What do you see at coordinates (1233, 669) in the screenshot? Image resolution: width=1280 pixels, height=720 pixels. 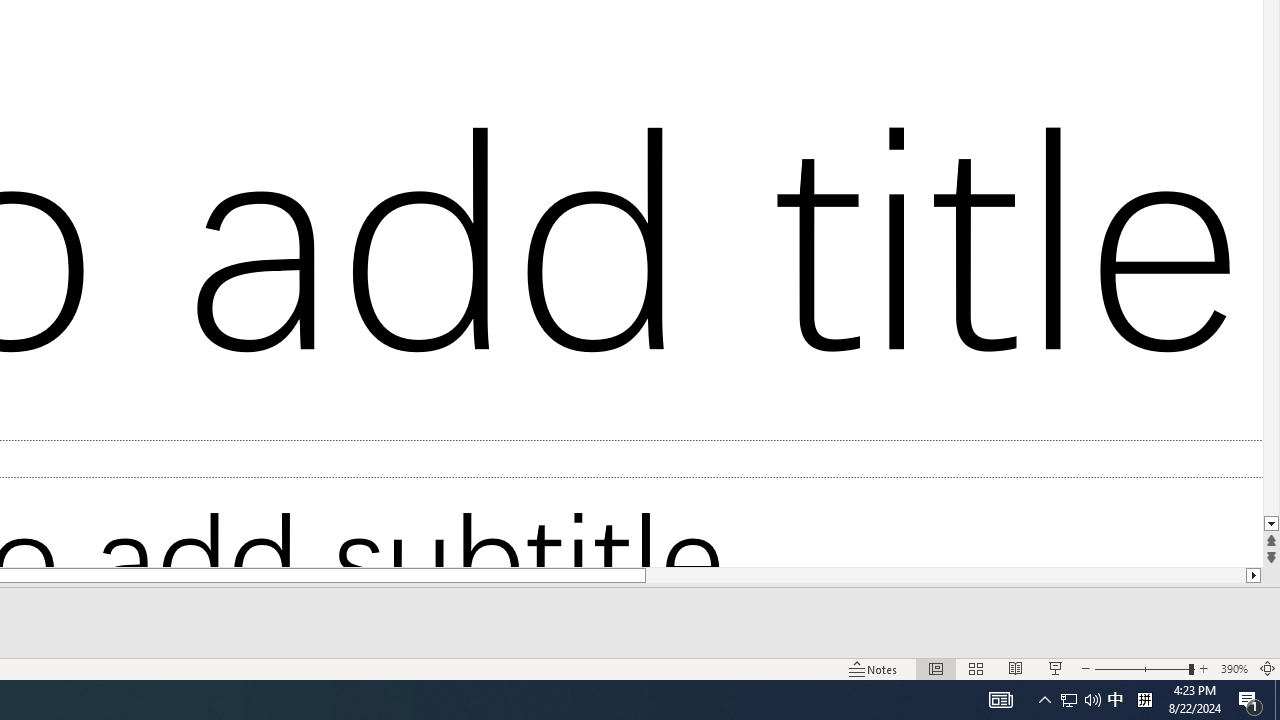 I see `'Zoom 390%'` at bounding box center [1233, 669].